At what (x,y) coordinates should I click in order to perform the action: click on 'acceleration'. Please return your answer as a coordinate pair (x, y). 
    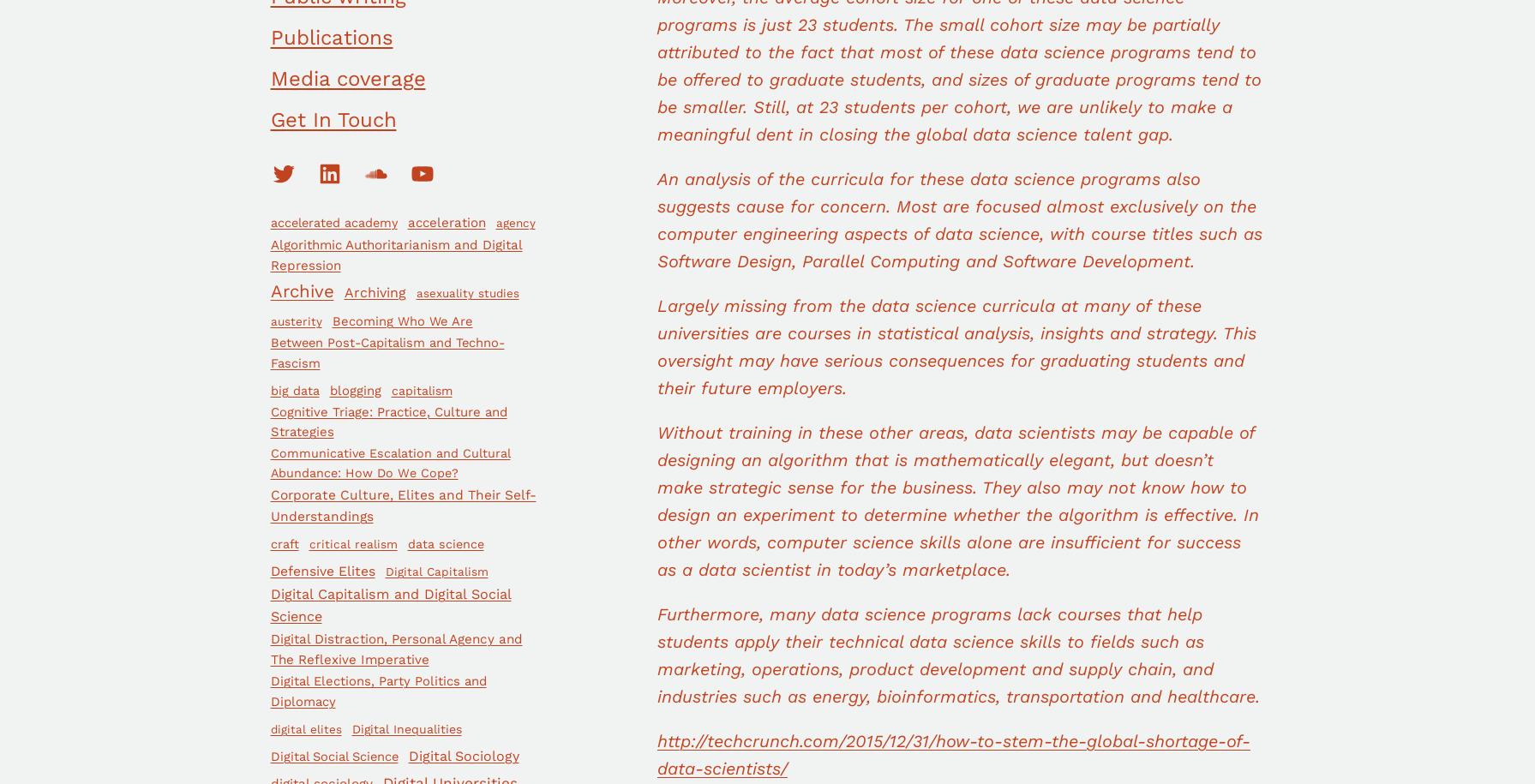
    Looking at the image, I should click on (446, 222).